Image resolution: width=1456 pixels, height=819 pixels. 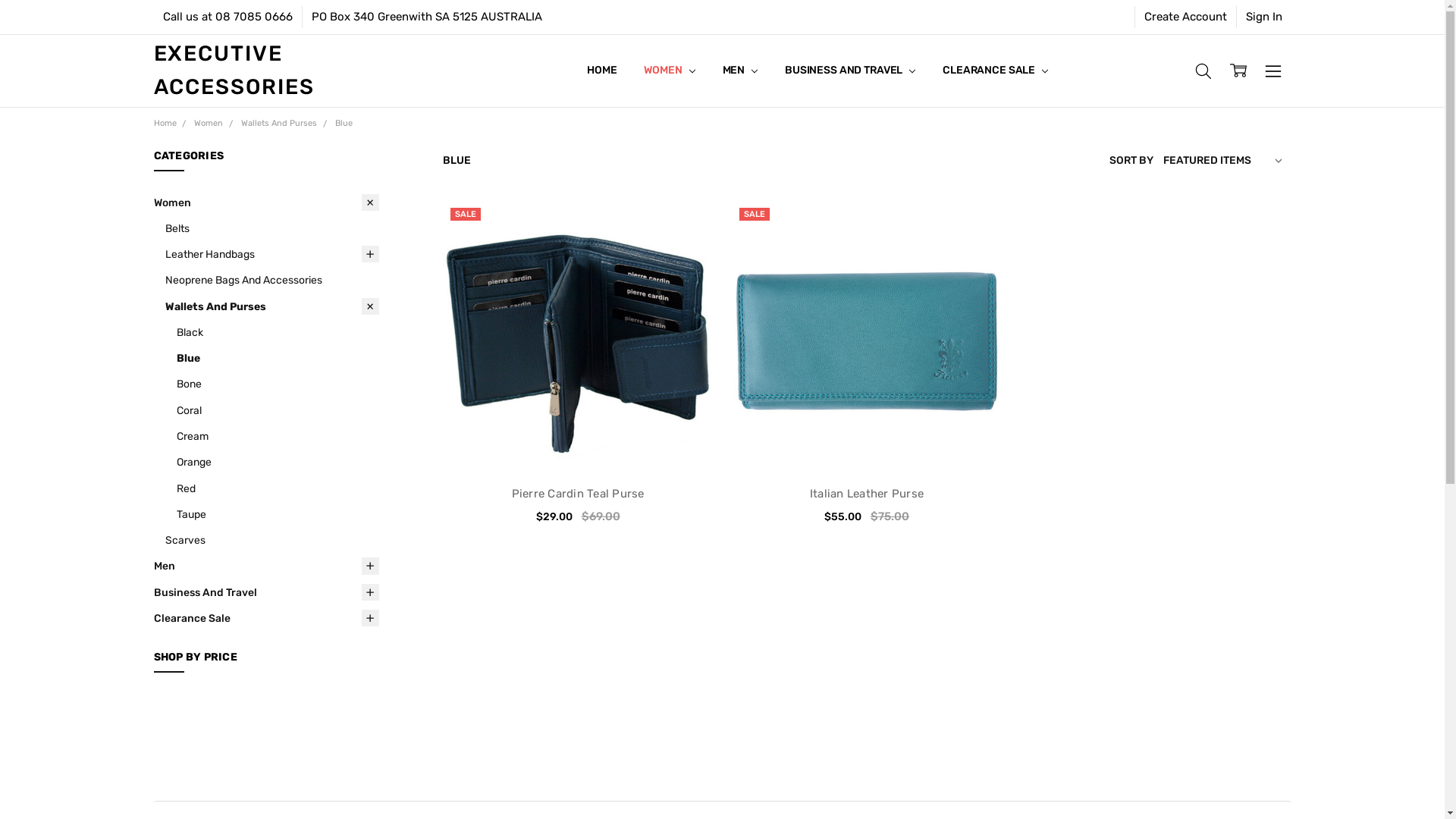 I want to click on 'Cream', so click(x=277, y=435).